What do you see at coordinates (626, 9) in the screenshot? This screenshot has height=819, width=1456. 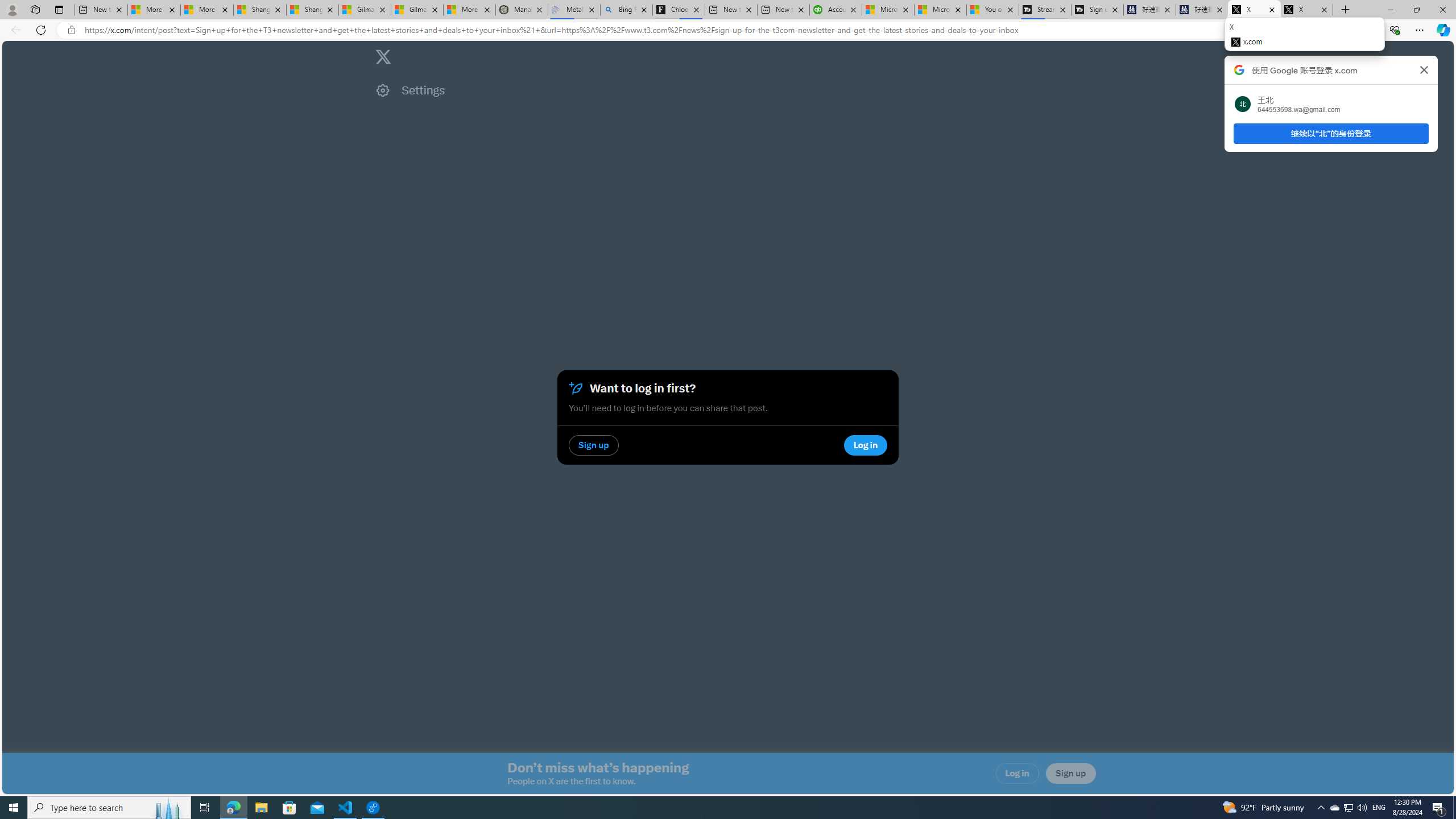 I see `'Bing Real Estate - Home sales and rental listings'` at bounding box center [626, 9].